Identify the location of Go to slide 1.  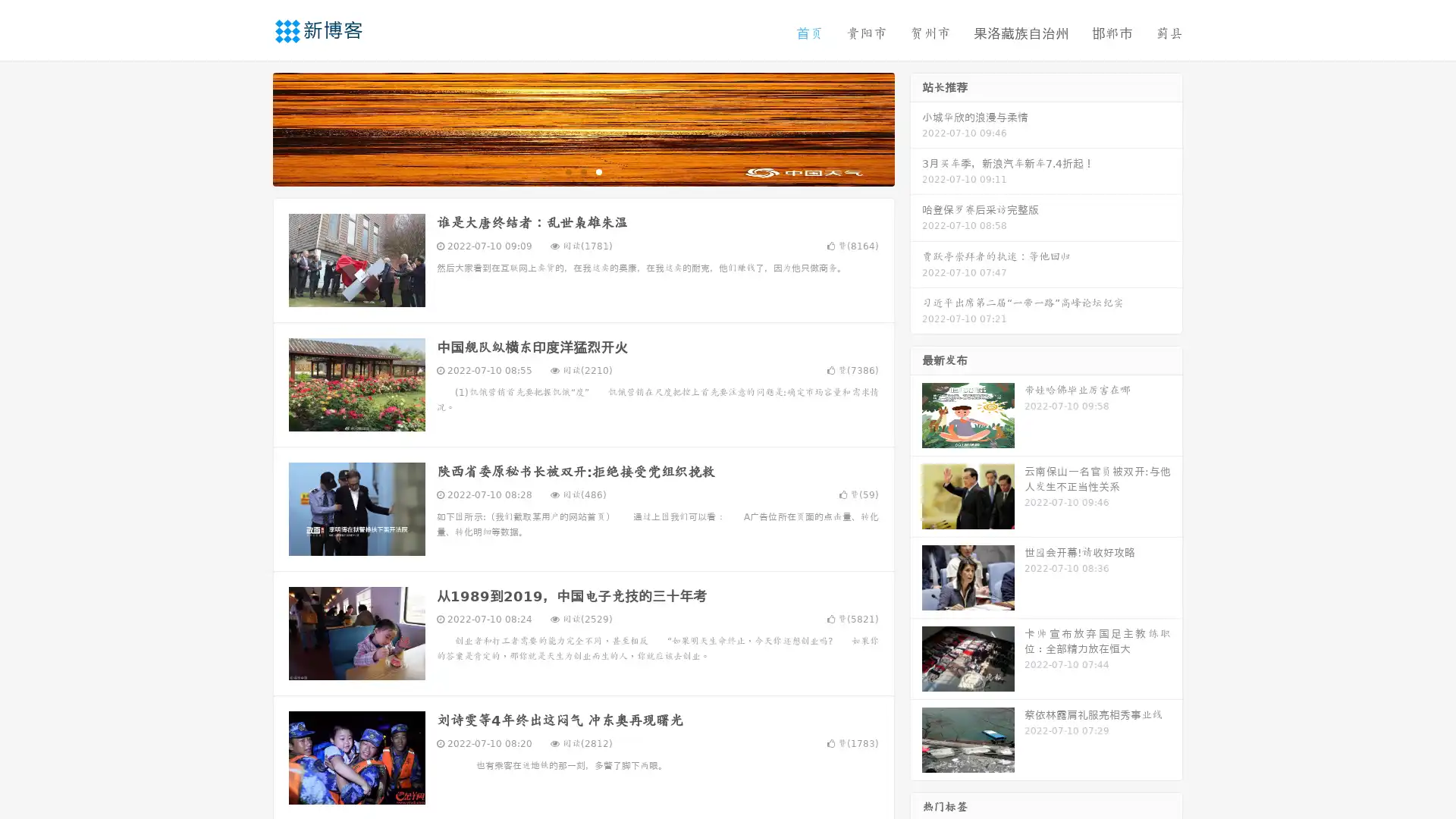
(567, 171).